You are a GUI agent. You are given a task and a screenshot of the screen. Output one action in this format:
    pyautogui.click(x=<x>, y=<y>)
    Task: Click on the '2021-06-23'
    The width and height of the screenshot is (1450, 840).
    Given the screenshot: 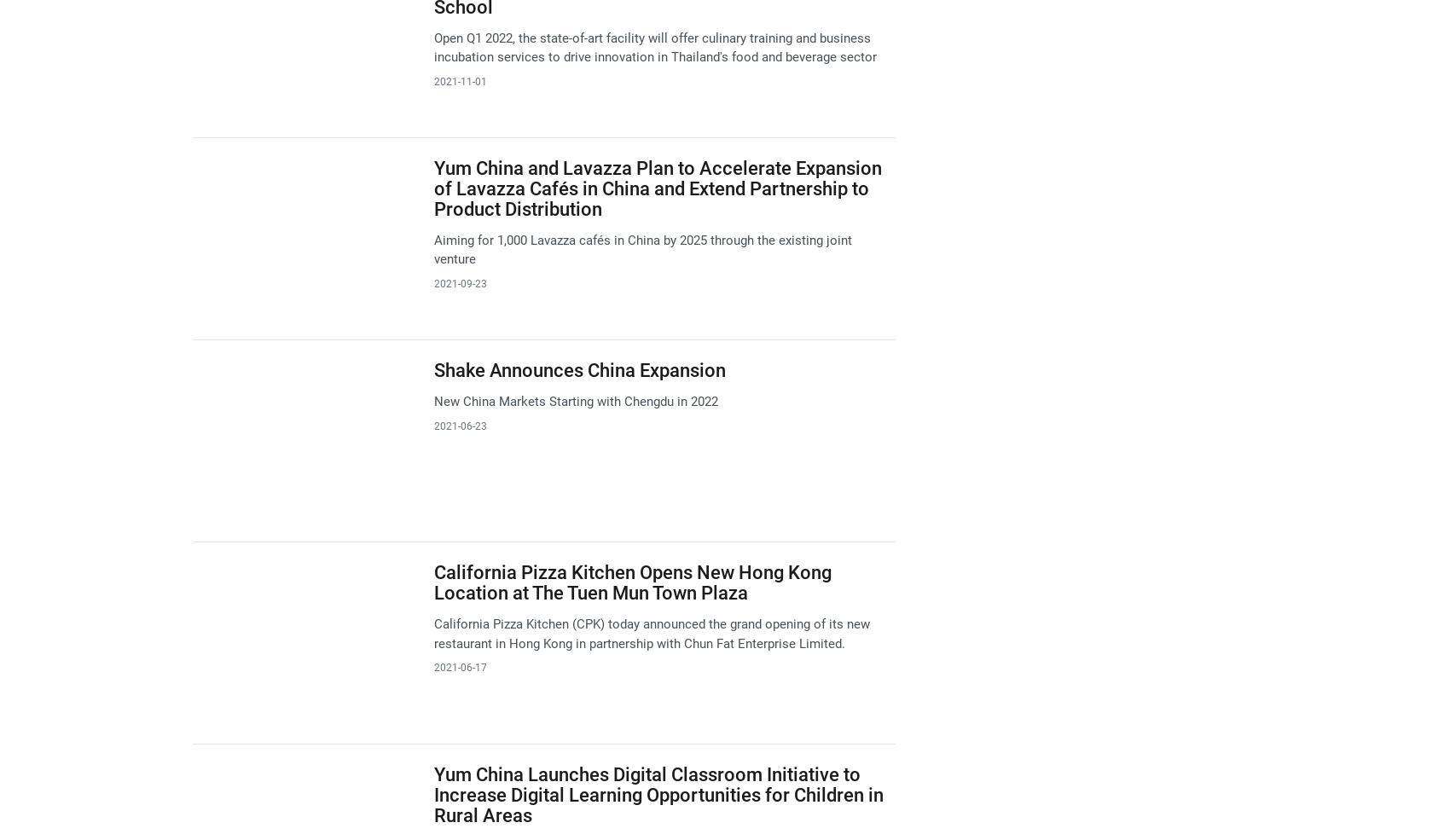 What is the action you would take?
    pyautogui.click(x=459, y=426)
    